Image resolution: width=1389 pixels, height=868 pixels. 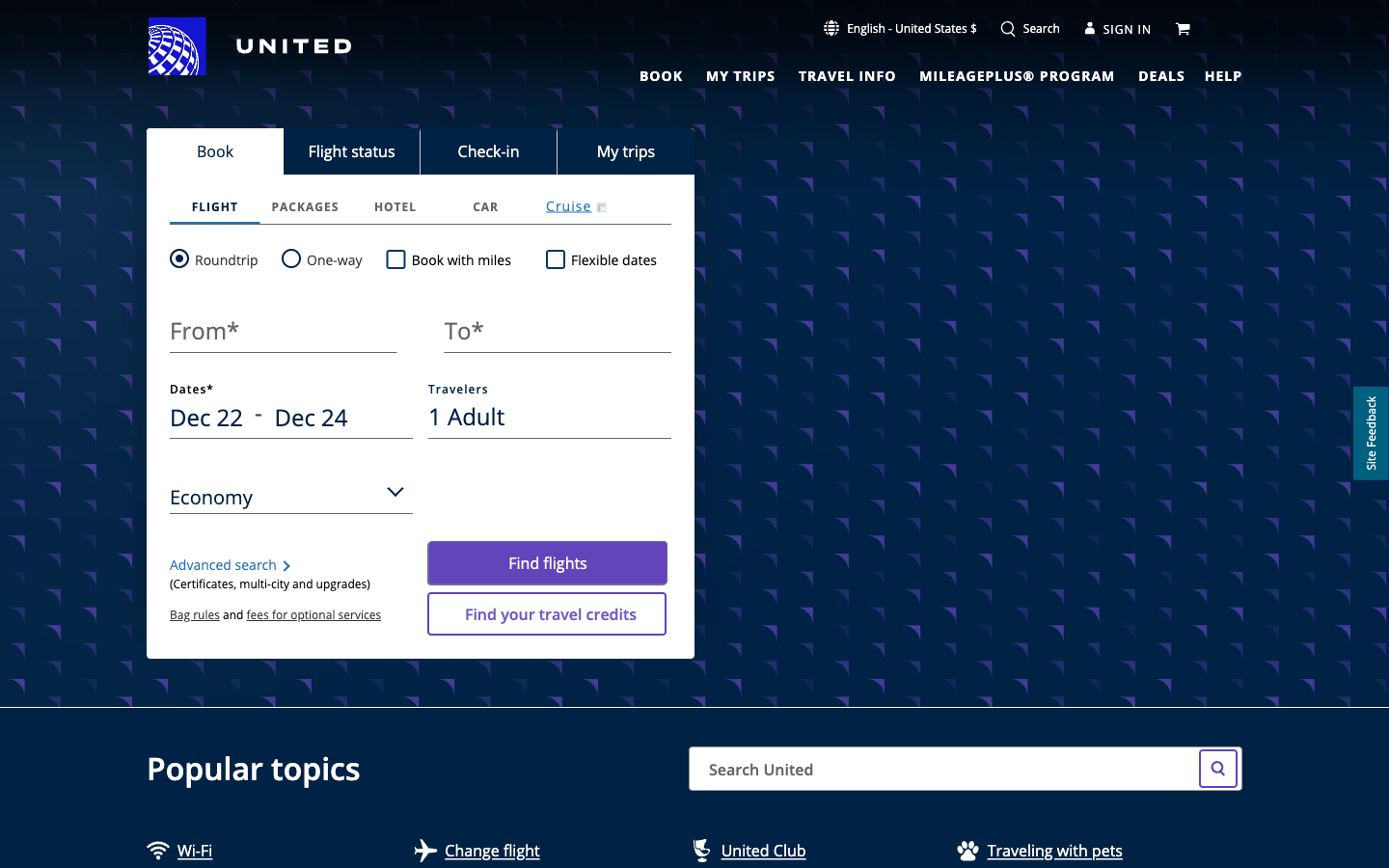 What do you see at coordinates (1223, 73) in the screenshot?
I see `Support Link` at bounding box center [1223, 73].